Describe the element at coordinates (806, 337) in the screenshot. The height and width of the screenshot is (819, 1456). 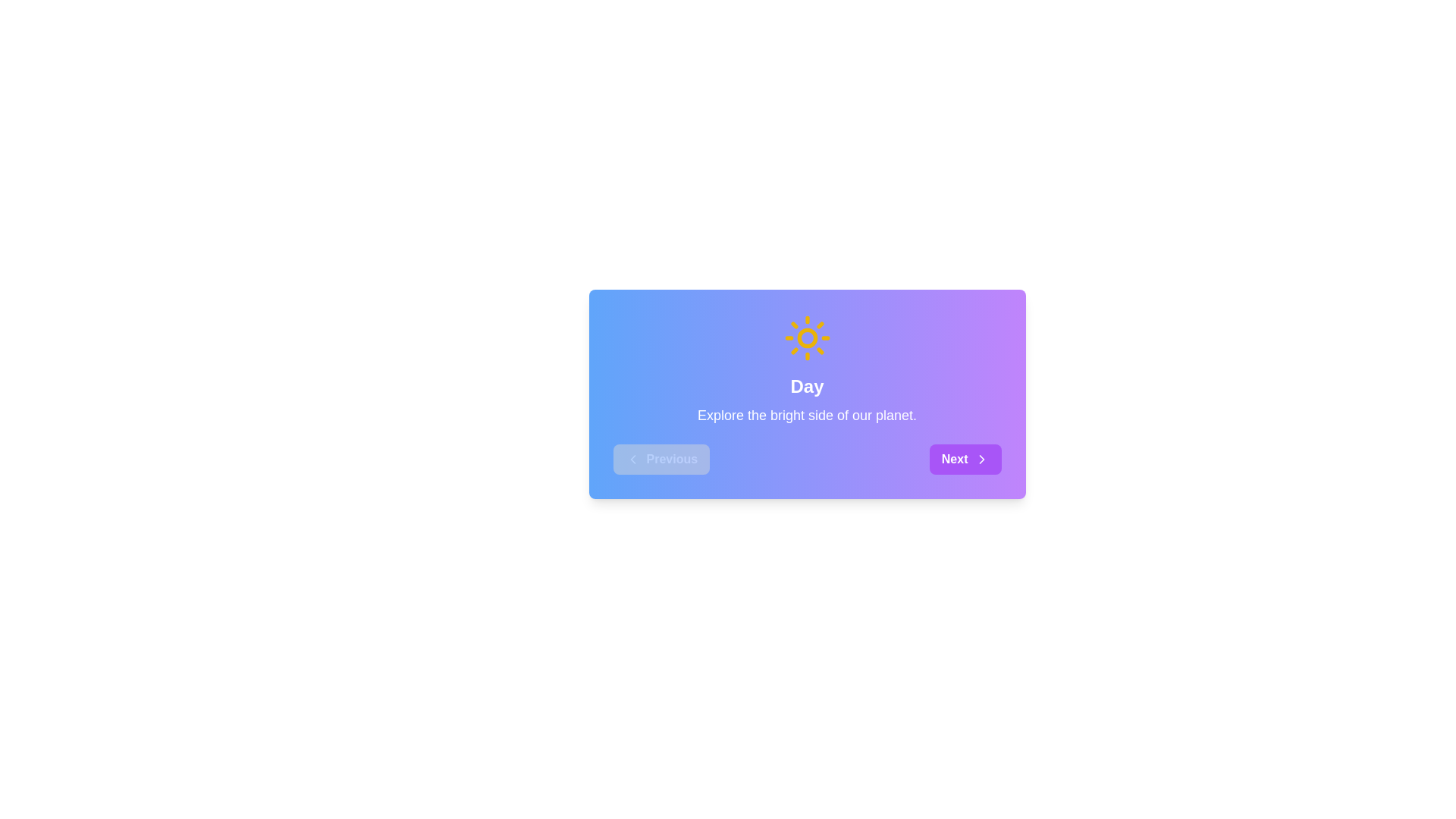
I see `the visual representation of the core of the sun icon, which is a circular graphic located at the center of the Day card theme in the user interface` at that location.